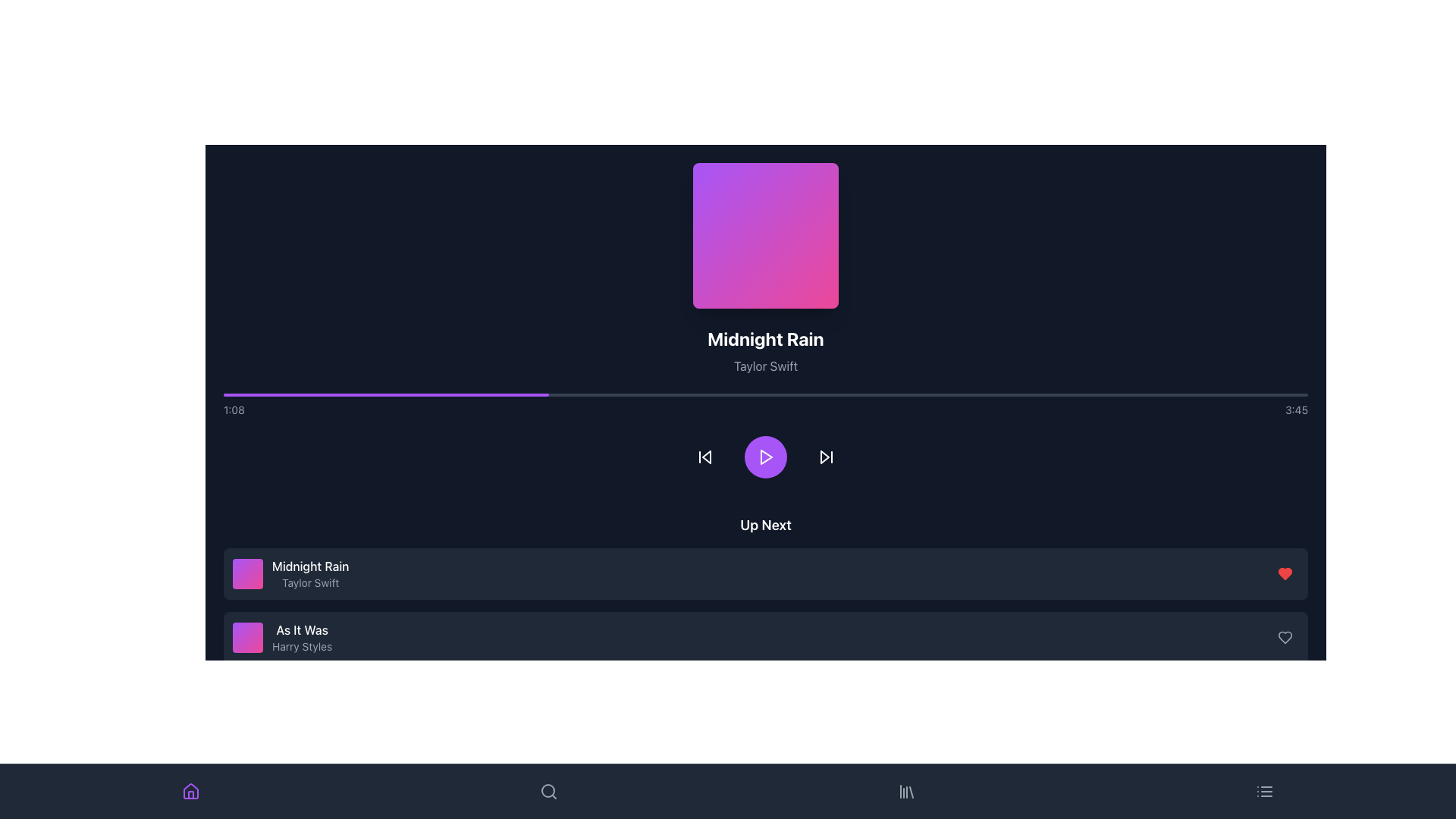  What do you see at coordinates (233, 409) in the screenshot?
I see `time displayed on the light gray text label showing '1:08', positioned left of the progress bar at the bottom of the player interface` at bounding box center [233, 409].